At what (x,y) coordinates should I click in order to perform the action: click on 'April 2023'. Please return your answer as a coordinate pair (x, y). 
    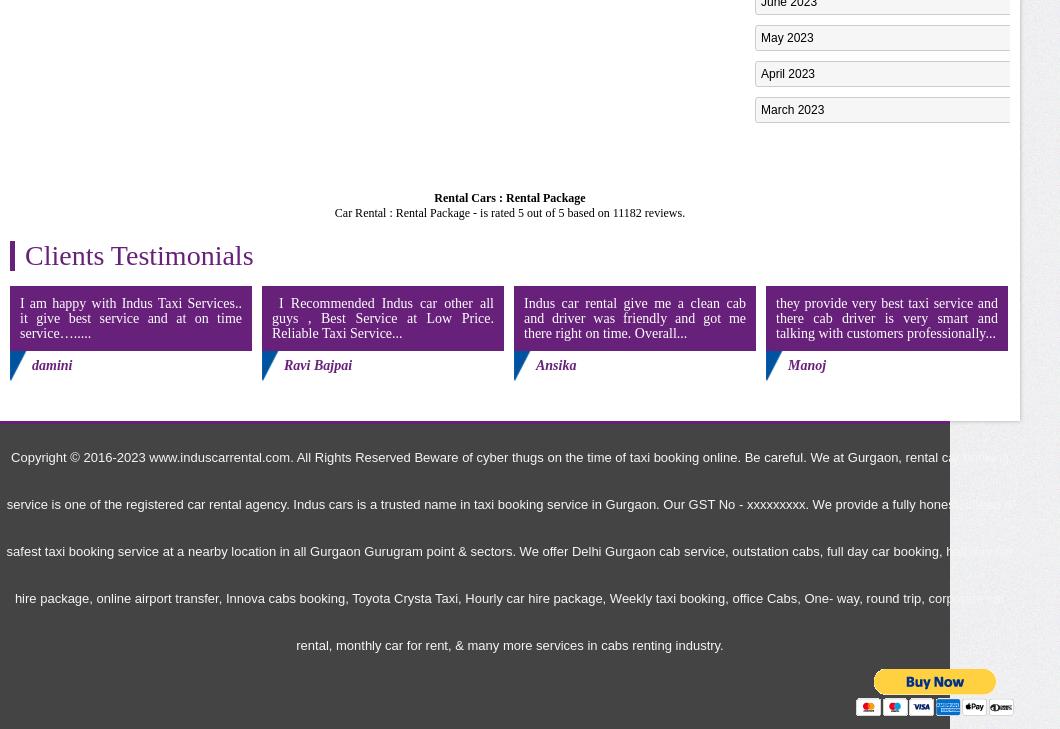
    Looking at the image, I should click on (787, 72).